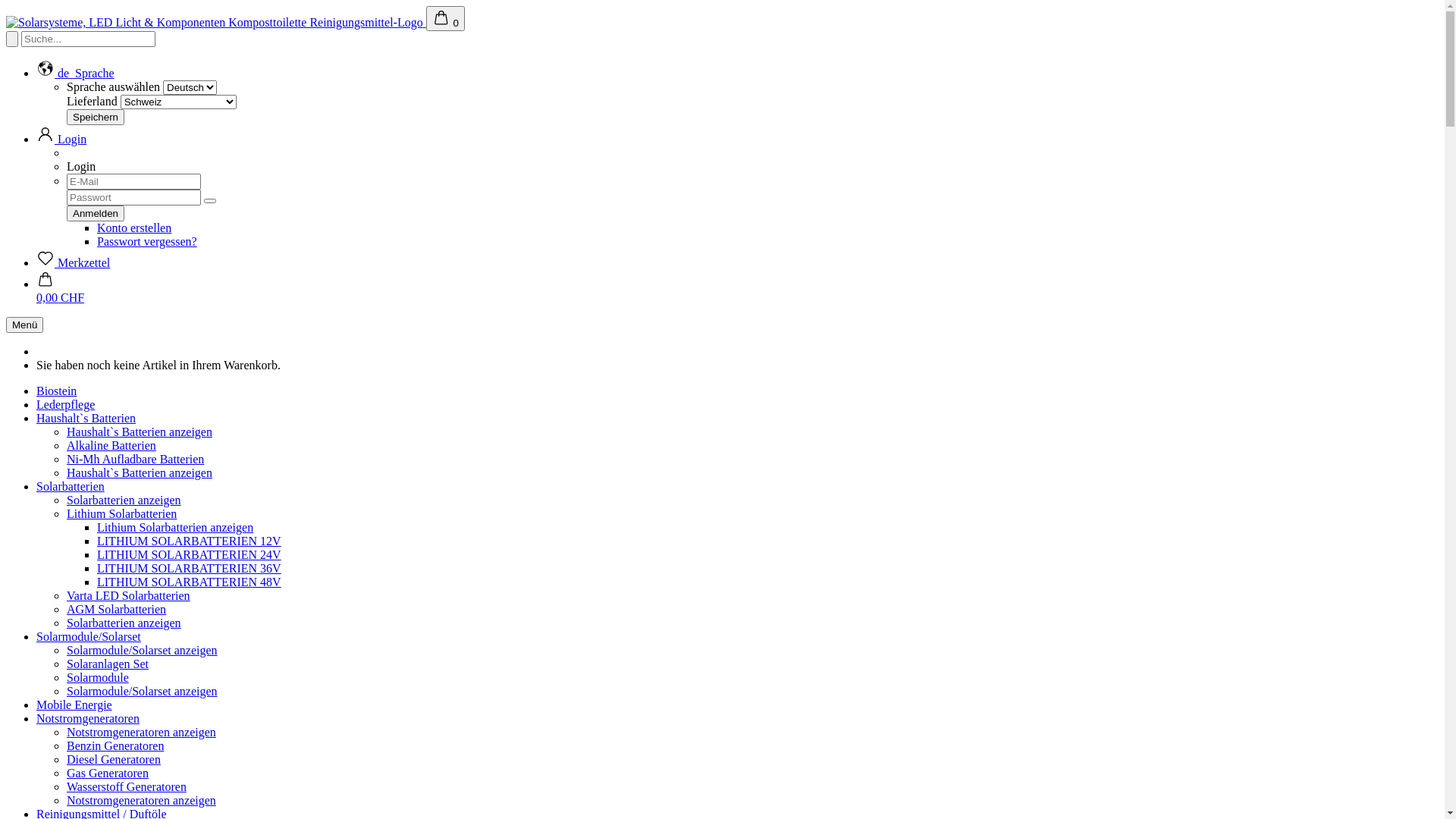 This screenshot has width=1456, height=819. Describe the element at coordinates (56, 390) in the screenshot. I see `'Biostein'` at that location.